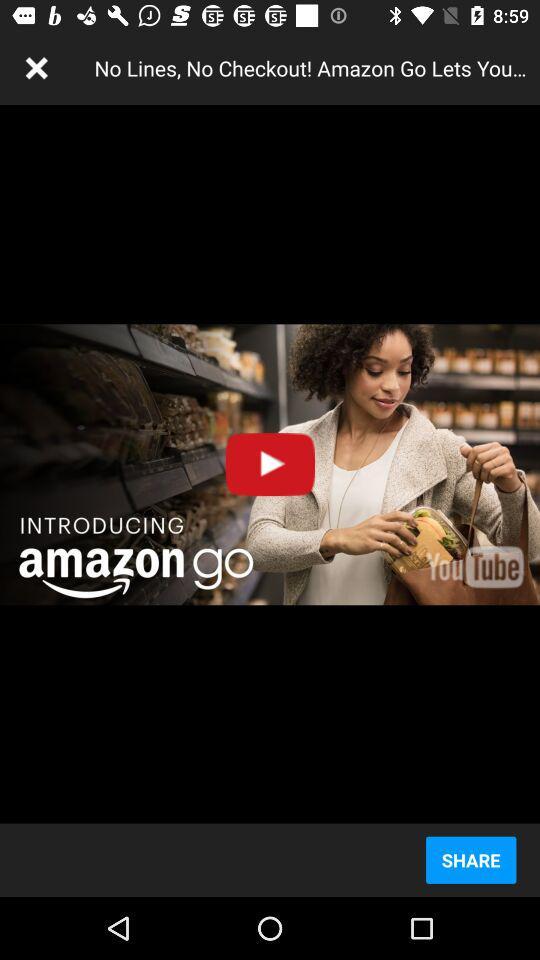 The width and height of the screenshot is (540, 960). What do you see at coordinates (36, 68) in the screenshot?
I see `icon next to the no lines no item` at bounding box center [36, 68].